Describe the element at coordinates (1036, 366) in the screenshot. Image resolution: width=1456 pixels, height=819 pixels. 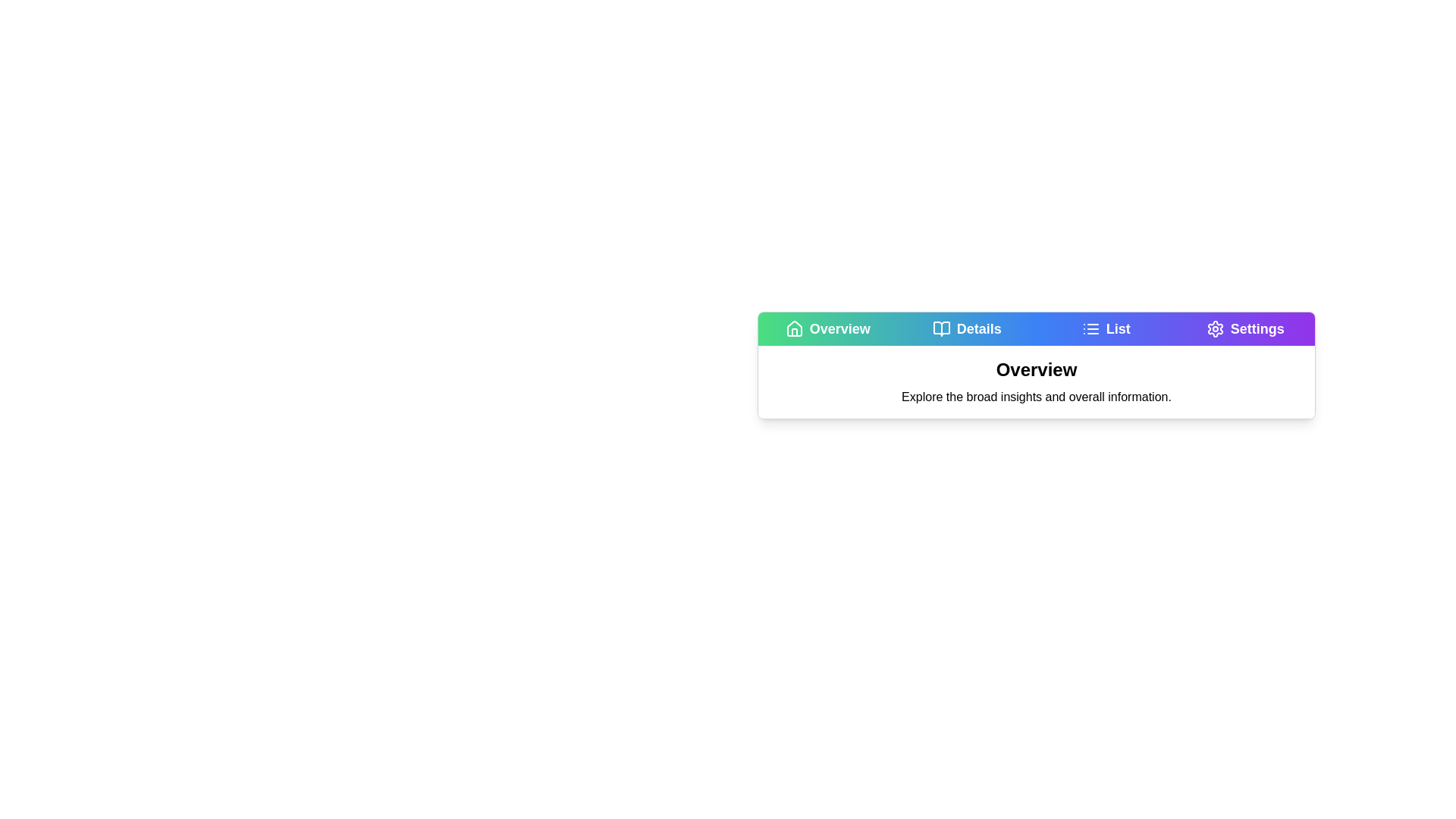
I see `the Informative Section element titled 'Overview', which contains a subtitle about broad insights, located below the navigation bar` at that location.